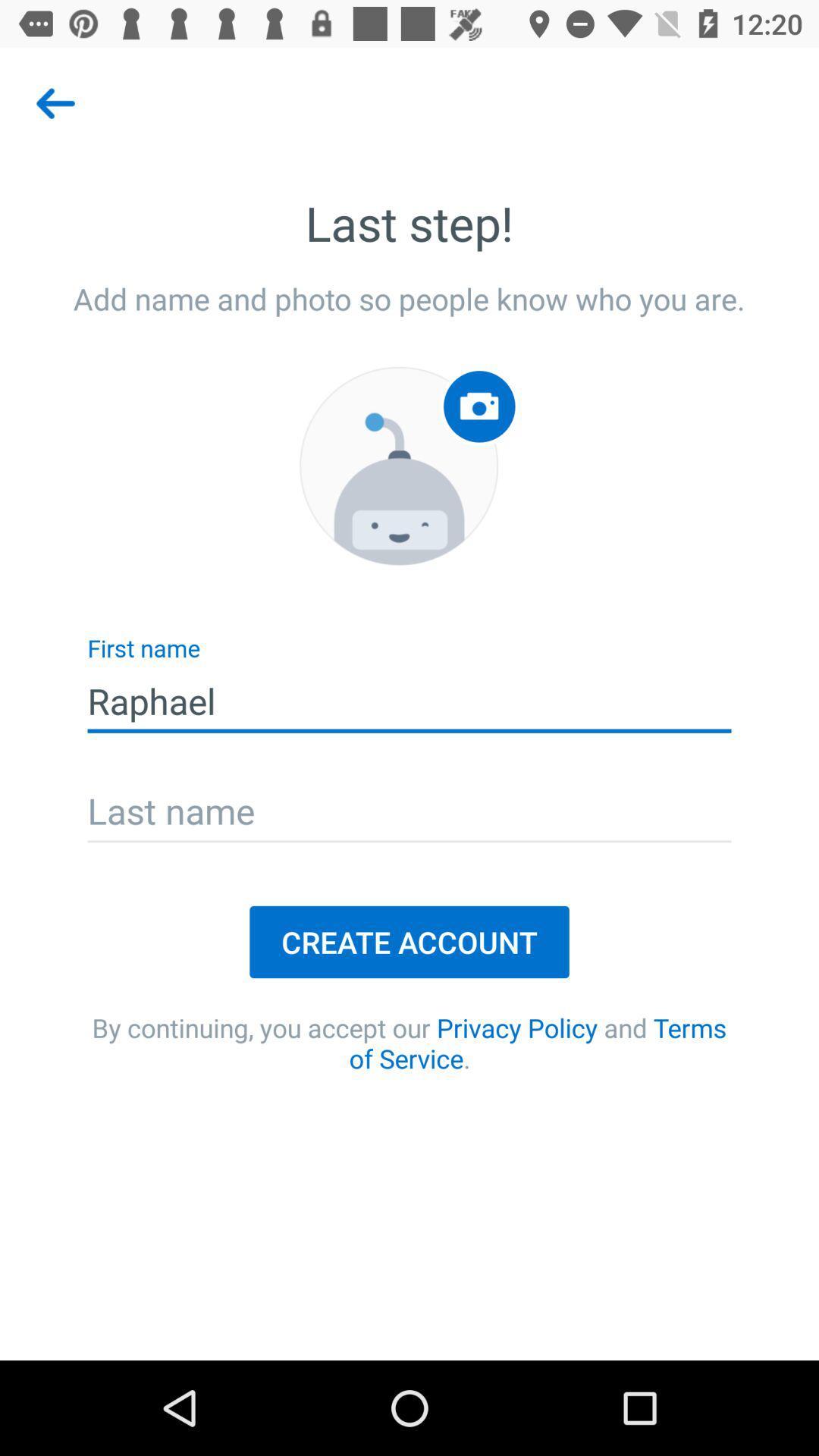  I want to click on by continuing you item, so click(409, 1042).